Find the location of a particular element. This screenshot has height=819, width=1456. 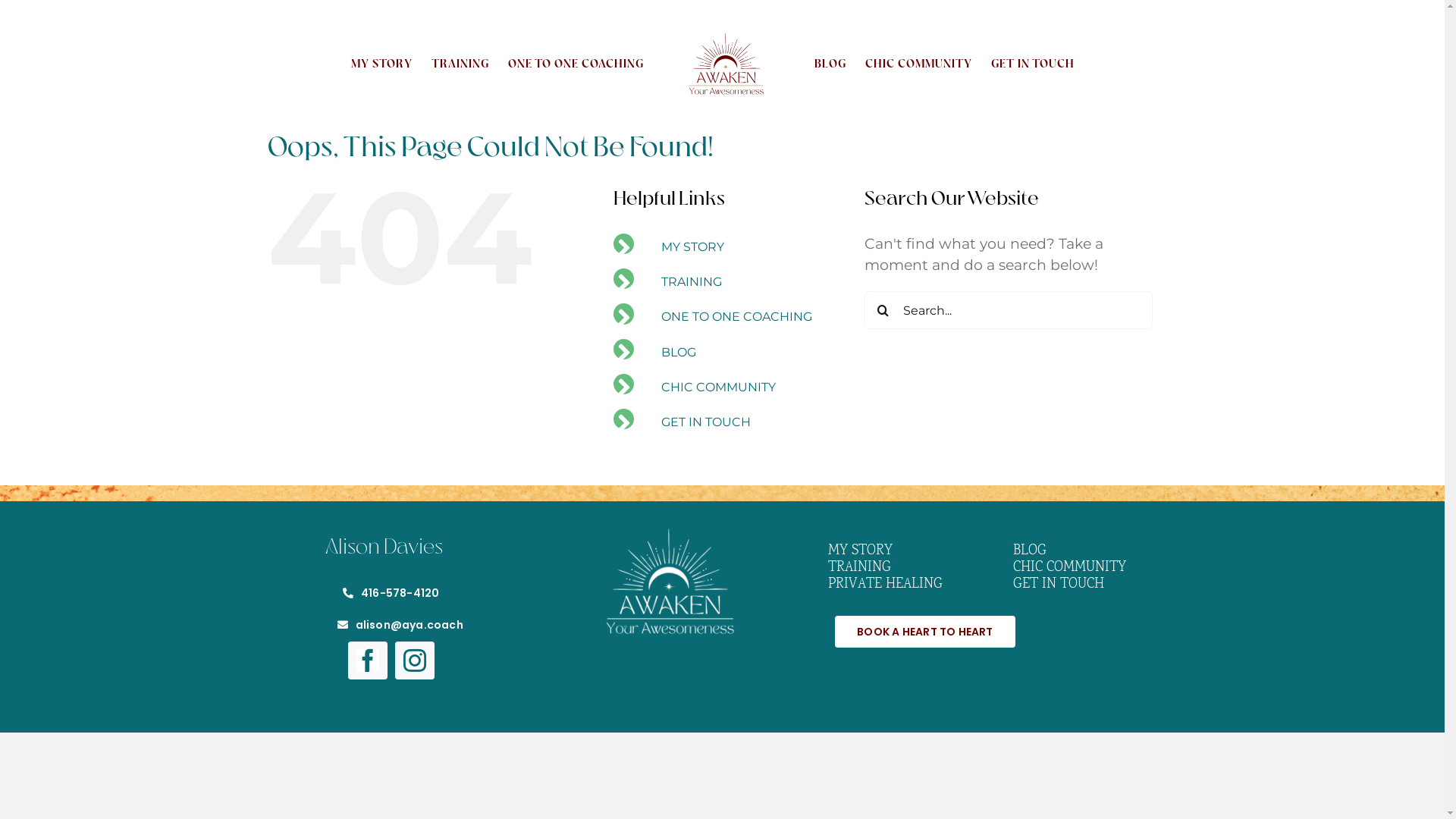

'MY STORY' is located at coordinates (381, 61).